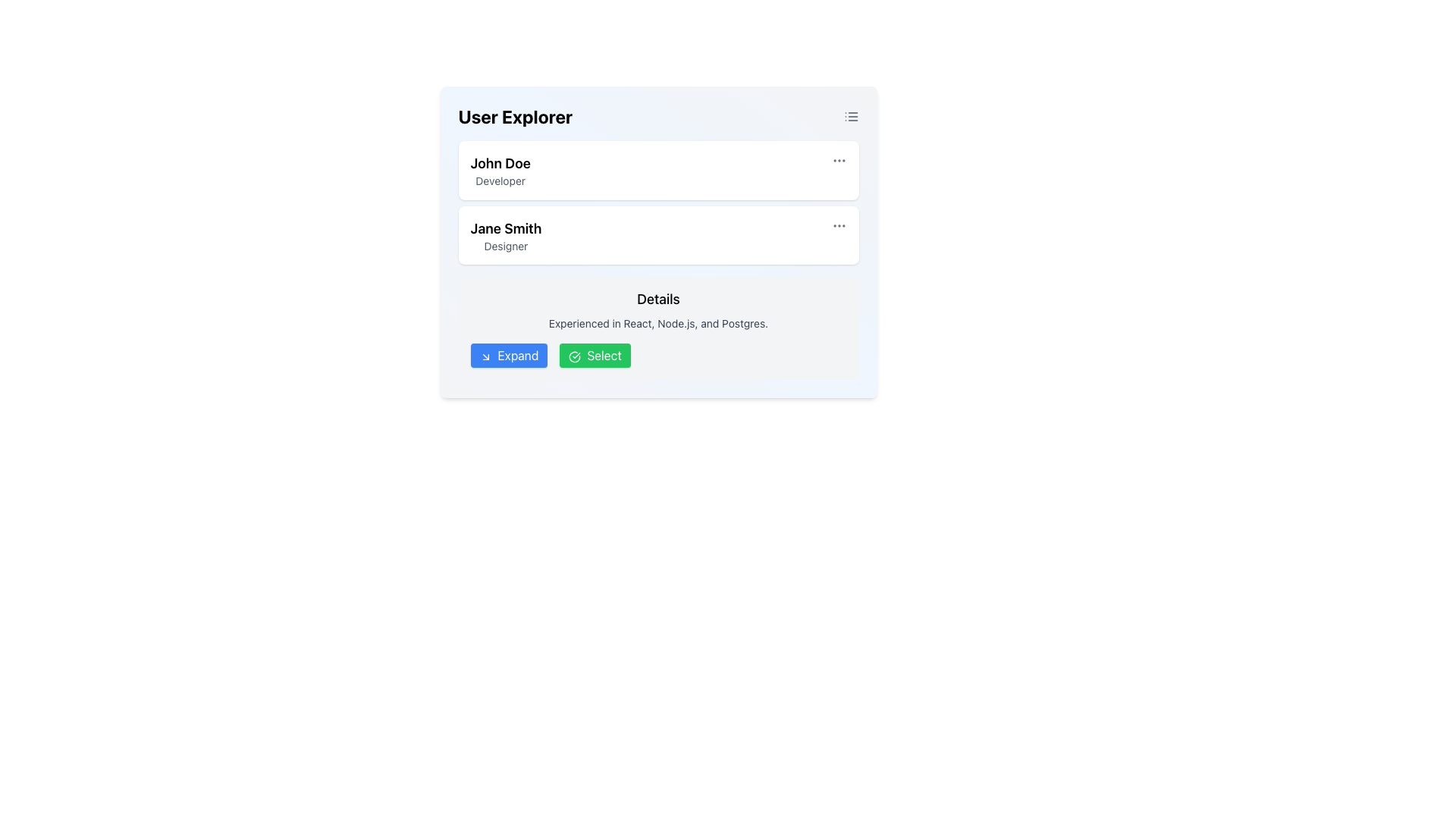 This screenshot has height=819, width=1456. What do you see at coordinates (506, 245) in the screenshot?
I see `text content of the Text Label indicating the professional role 'Designer' beneath 'Jane Smith' in the user profile card` at bounding box center [506, 245].